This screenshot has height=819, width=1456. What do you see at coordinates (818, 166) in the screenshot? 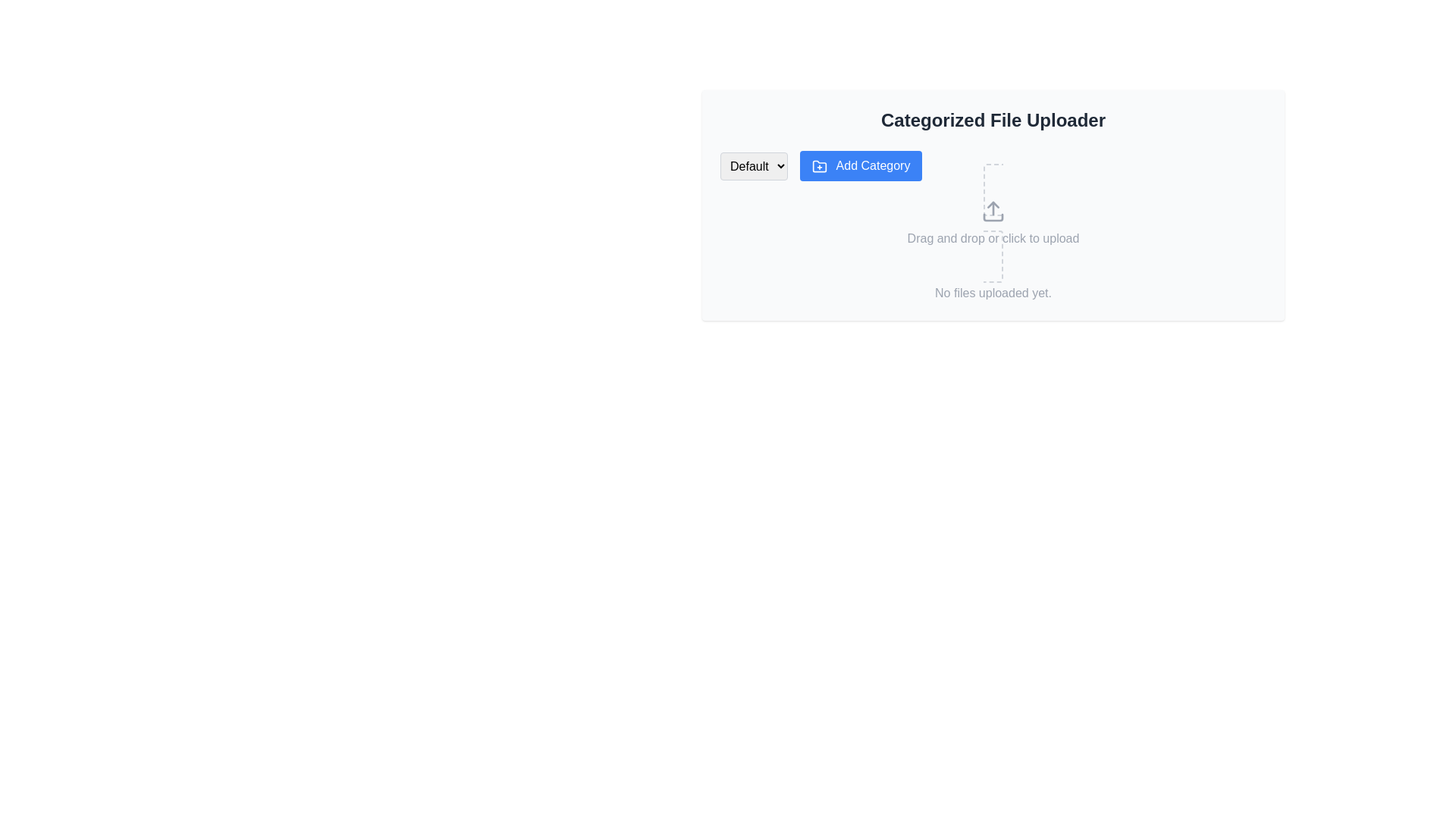
I see `the folder icon element, which is a structured rectangular shape with a notch, located to the left of the 'Add Category' button` at bounding box center [818, 166].